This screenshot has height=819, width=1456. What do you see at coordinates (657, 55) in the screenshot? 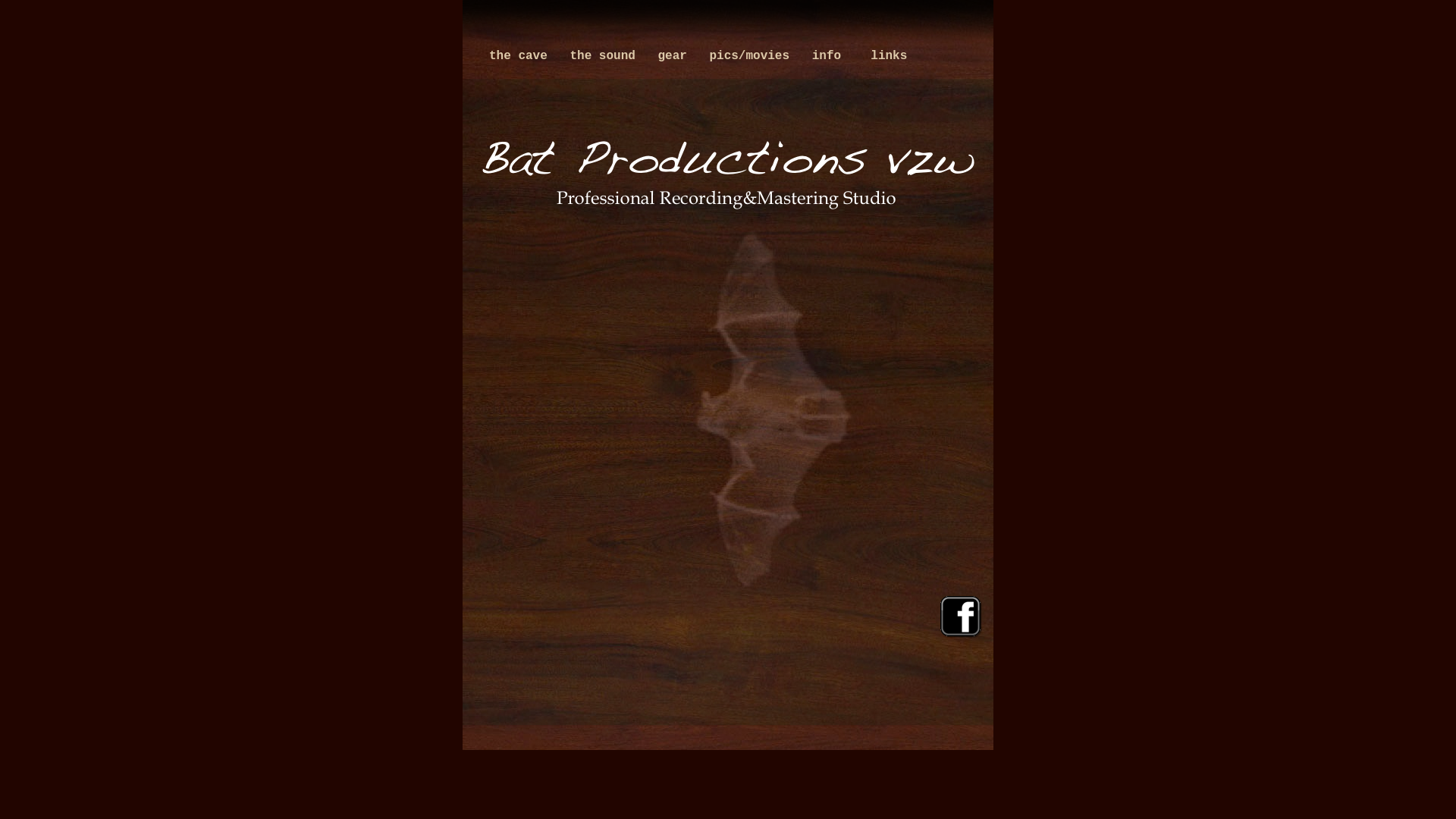
I see `'gear'` at bounding box center [657, 55].